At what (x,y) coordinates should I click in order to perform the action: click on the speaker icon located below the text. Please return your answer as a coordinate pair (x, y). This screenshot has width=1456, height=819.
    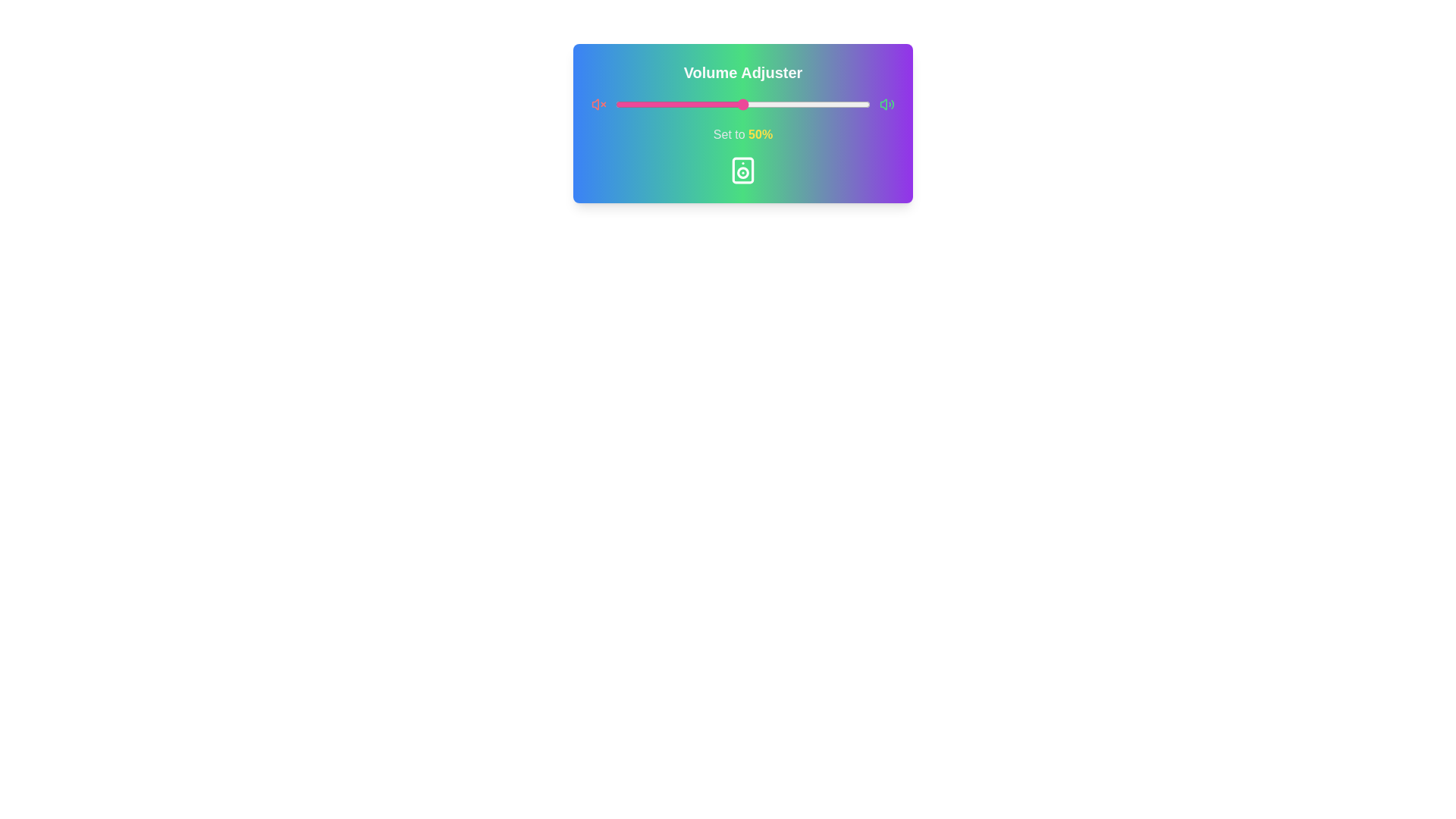
    Looking at the image, I should click on (742, 170).